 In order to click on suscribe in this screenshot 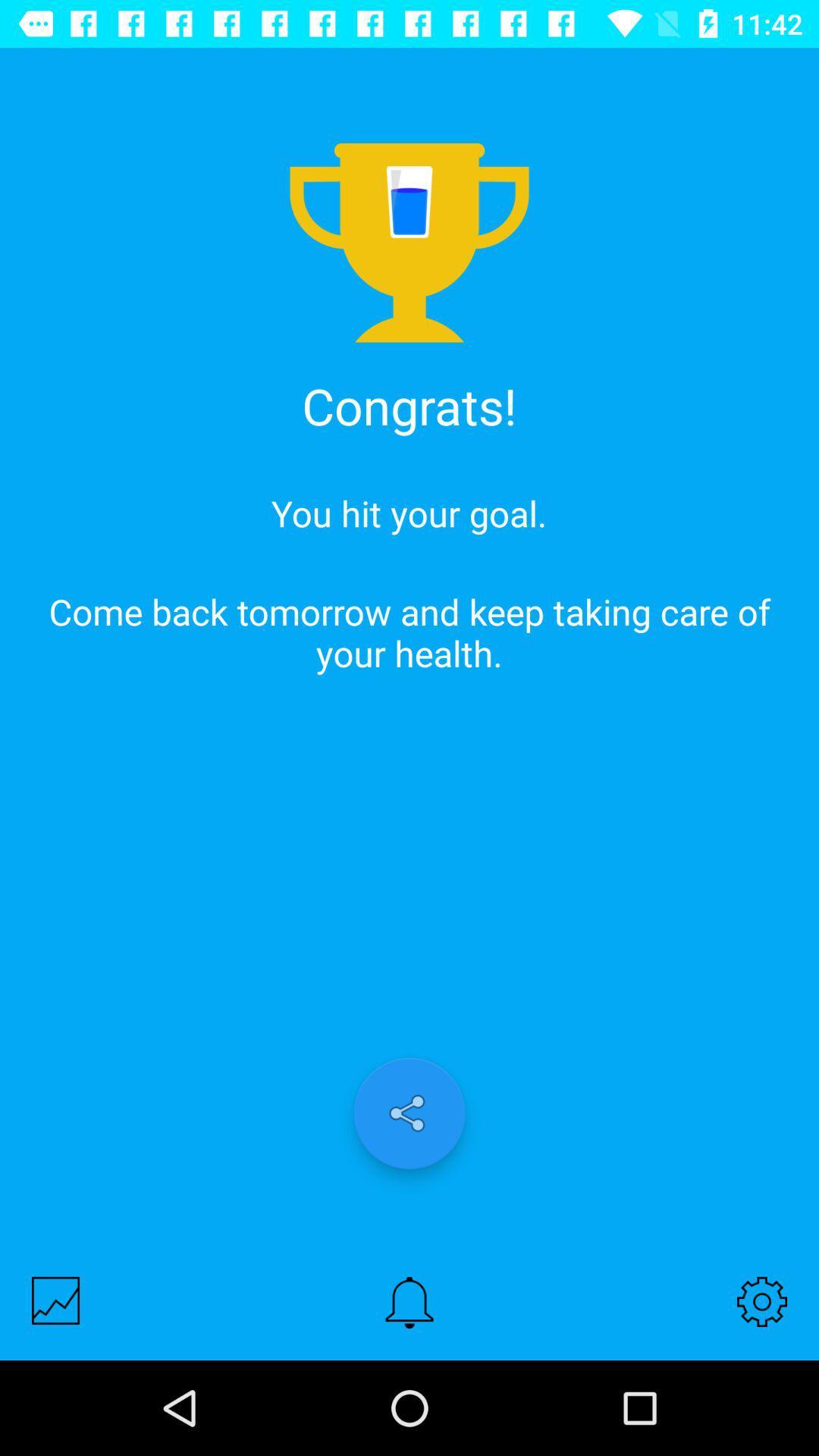, I will do `click(409, 1301)`.